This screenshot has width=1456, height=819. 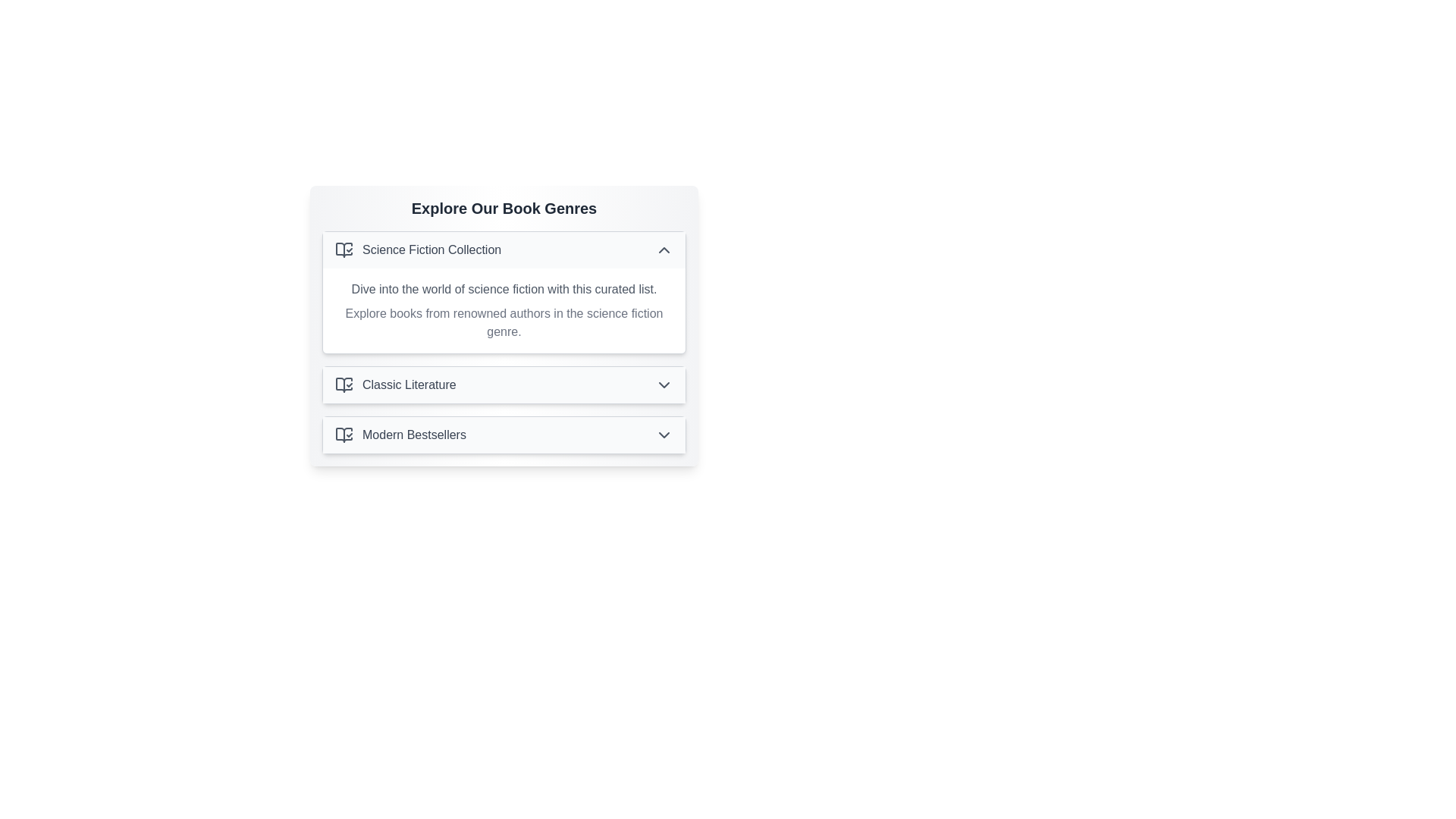 I want to click on the upward-pointing chevron icon styled in gray color, so click(x=664, y=249).